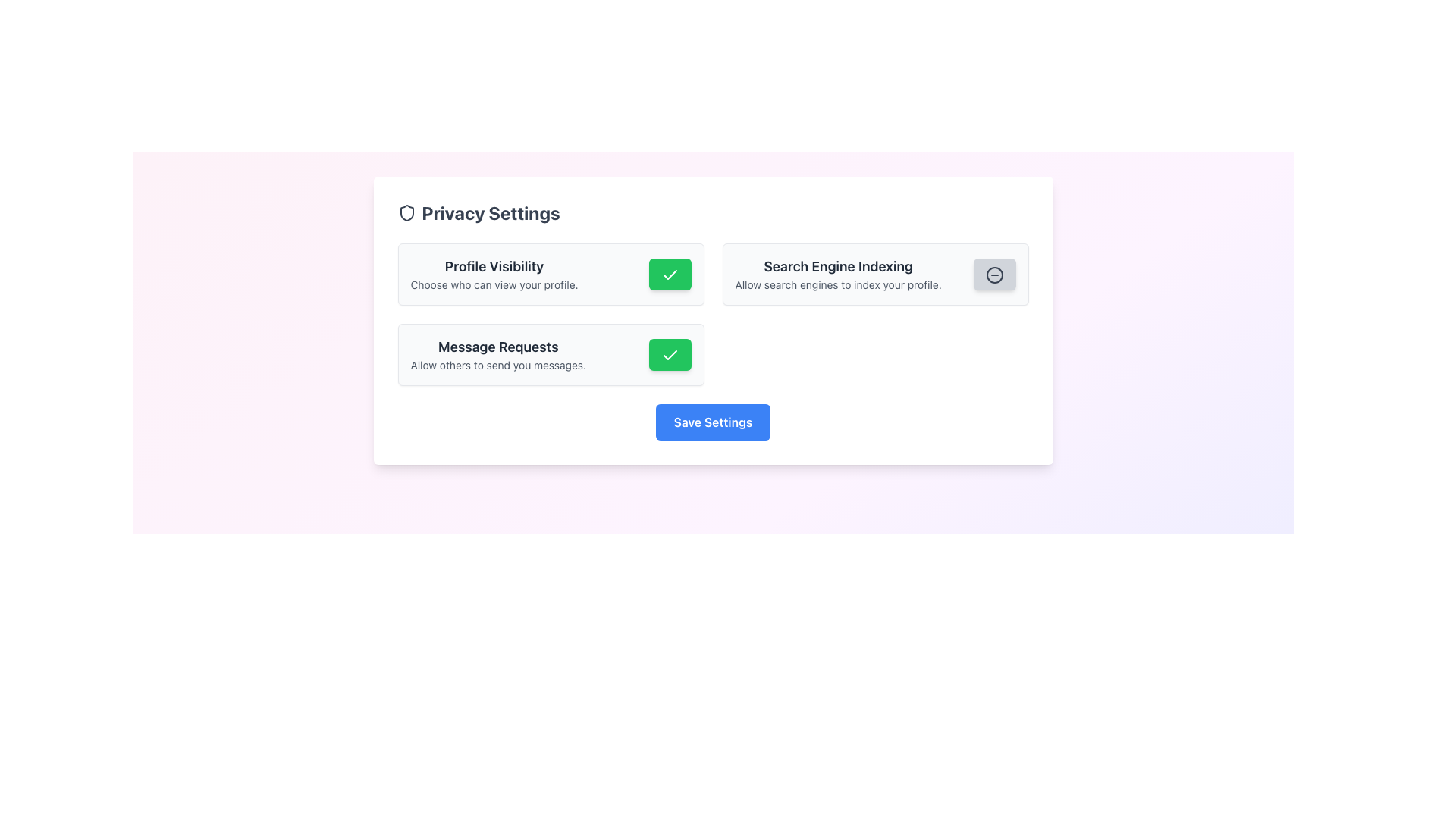 The height and width of the screenshot is (819, 1456). Describe the element at coordinates (494, 275) in the screenshot. I see `the 'Profile Visibility' text element which consists of two lines: 'Profile Visibility' in bold dark gray and 'Choose who can view your profile.' in lighter gray, located in the top left quadrant of a bordered card` at that location.